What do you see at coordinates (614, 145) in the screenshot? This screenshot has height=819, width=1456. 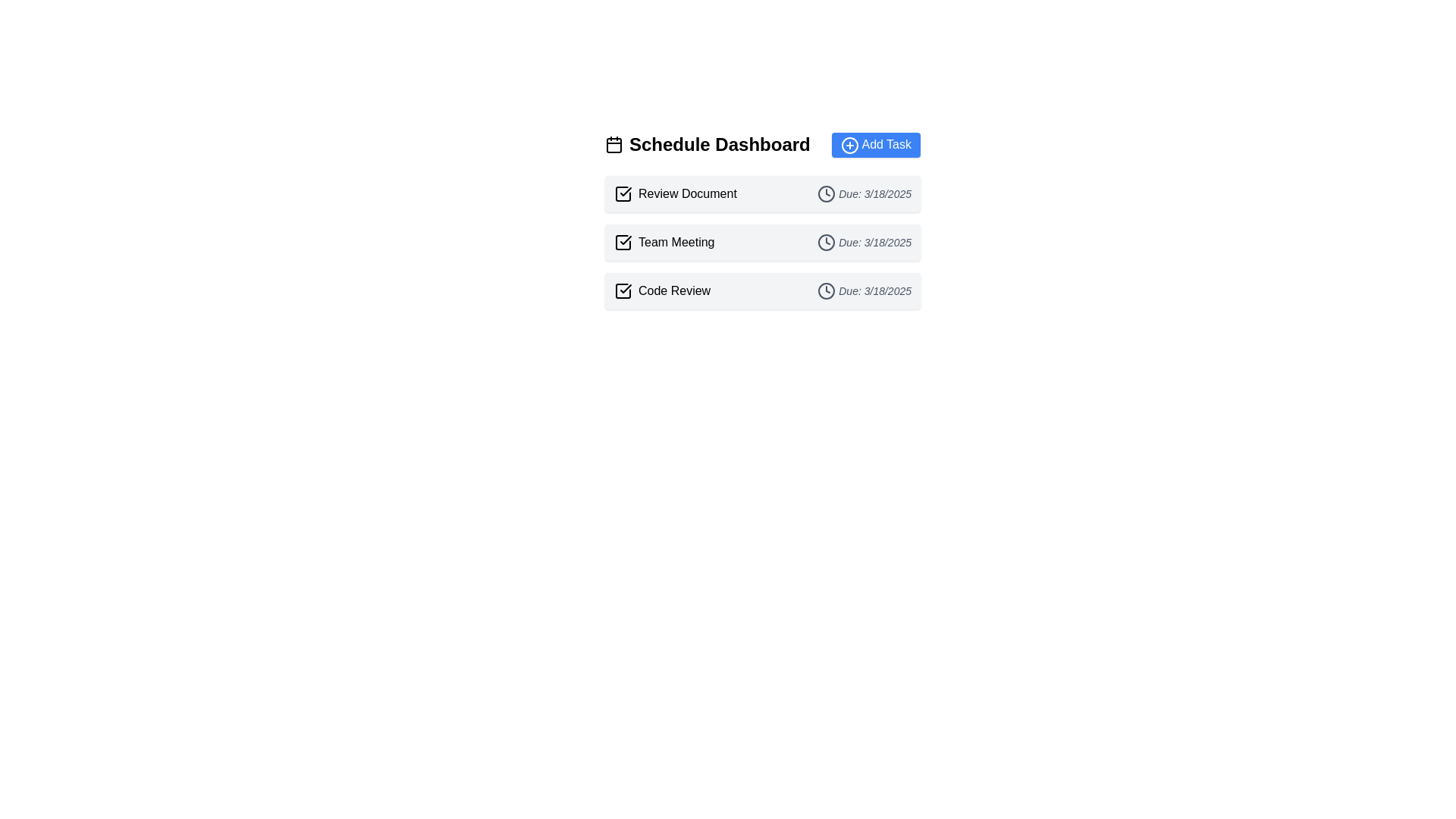 I see `the calendar icon located to the left of the 'Schedule Dashboard' text at the center-top of the interface` at bounding box center [614, 145].